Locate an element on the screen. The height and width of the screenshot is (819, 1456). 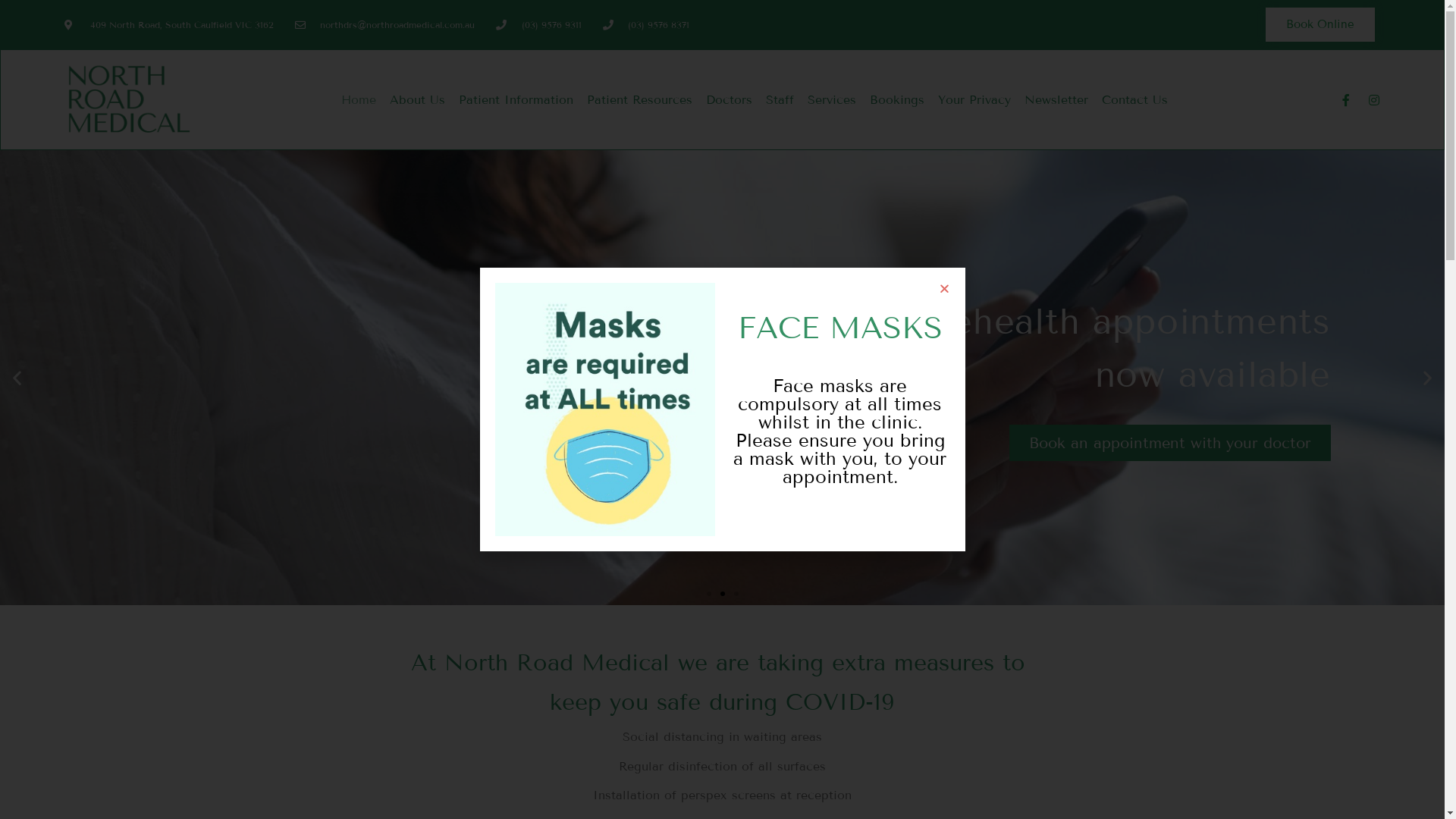
'northdrs@northroadmedical.com.au' is located at coordinates (385, 25).